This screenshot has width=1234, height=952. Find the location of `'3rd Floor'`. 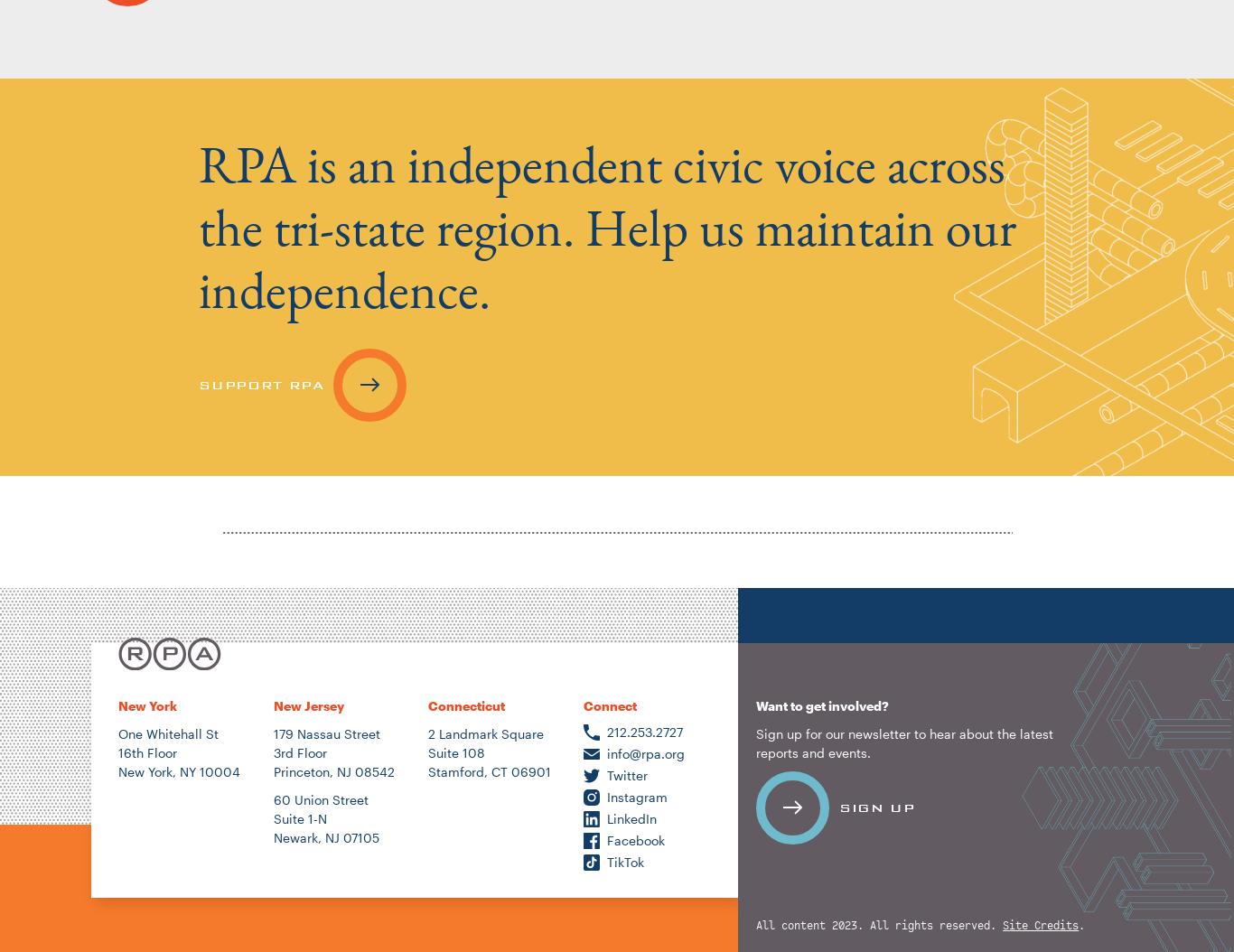

'3rd Floor' is located at coordinates (299, 751).